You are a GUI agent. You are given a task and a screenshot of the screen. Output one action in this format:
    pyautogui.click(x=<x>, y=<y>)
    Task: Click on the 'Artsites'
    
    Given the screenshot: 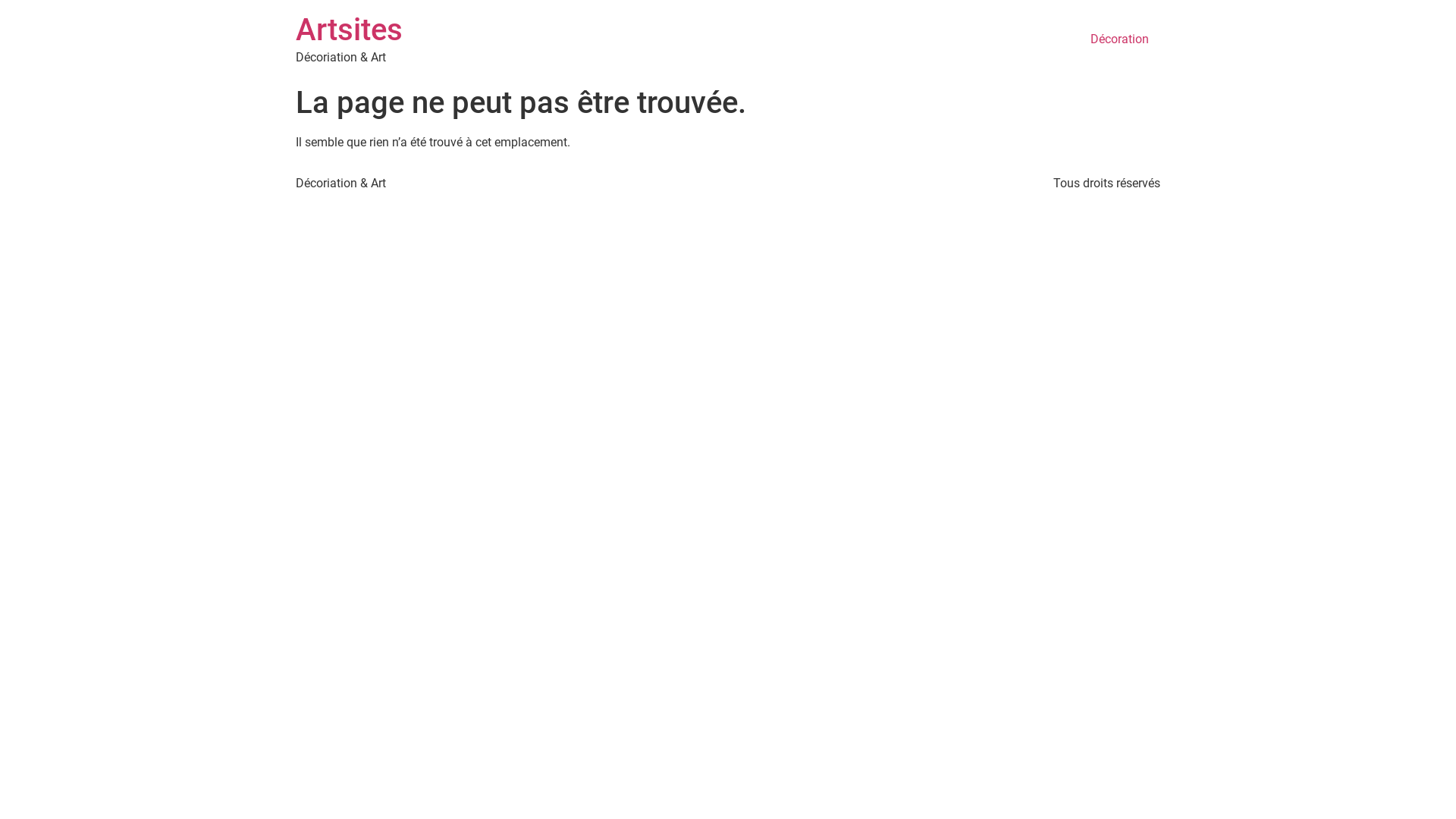 What is the action you would take?
    pyautogui.click(x=348, y=30)
    